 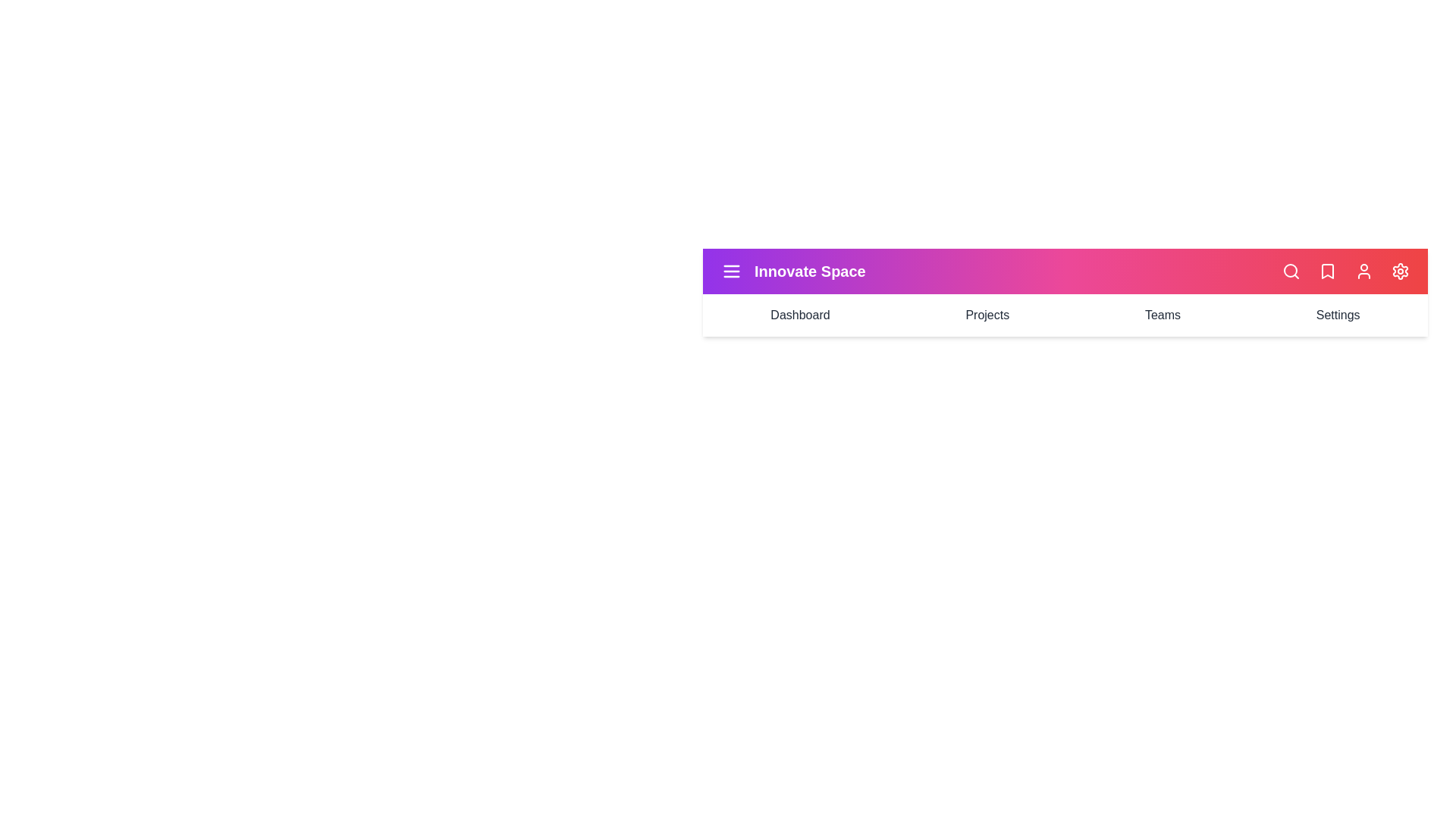 I want to click on the bookmark icon in the StyledAppBar component, so click(x=1327, y=271).